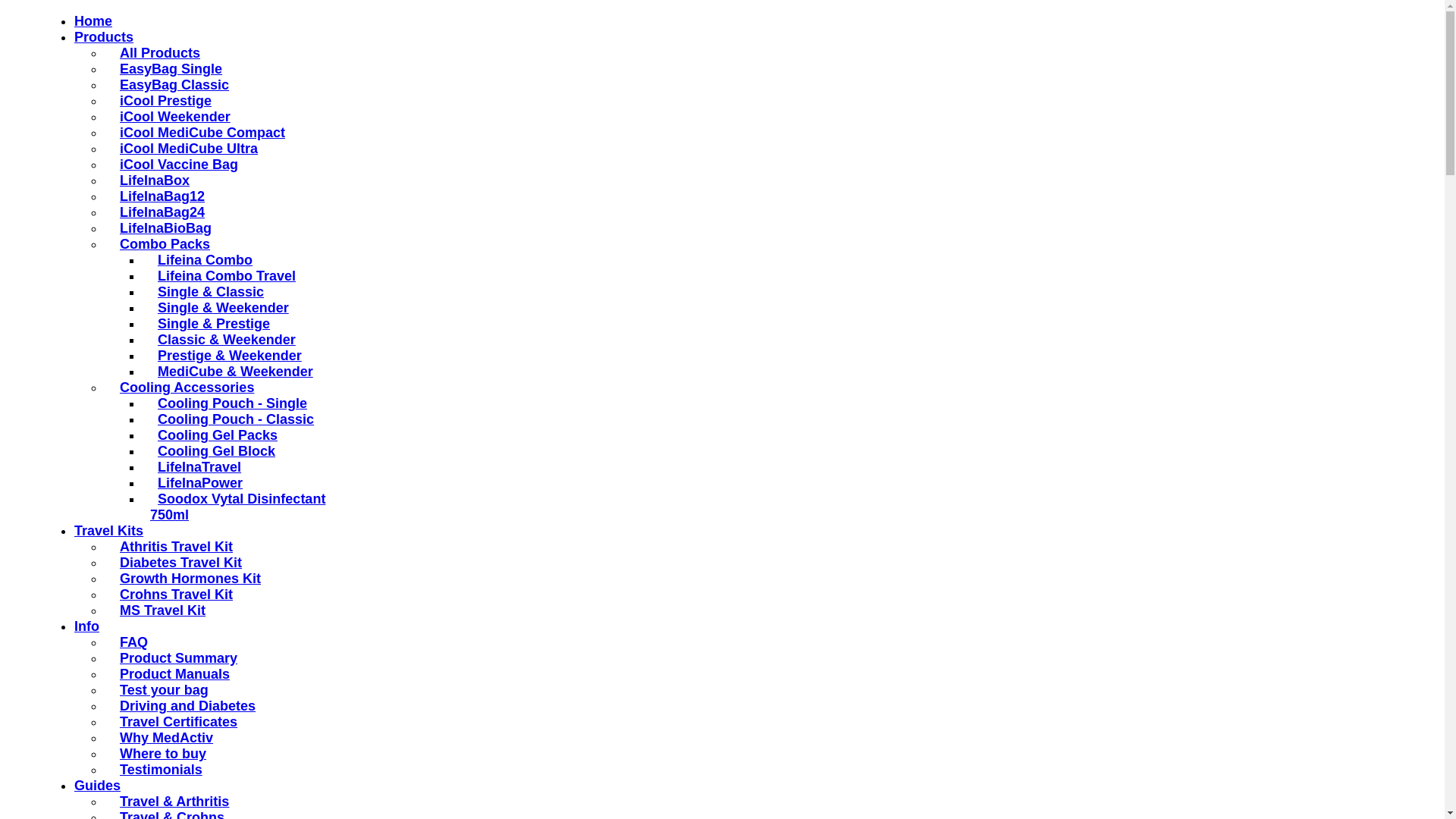  What do you see at coordinates (171, 116) in the screenshot?
I see `'iCool Weekender'` at bounding box center [171, 116].